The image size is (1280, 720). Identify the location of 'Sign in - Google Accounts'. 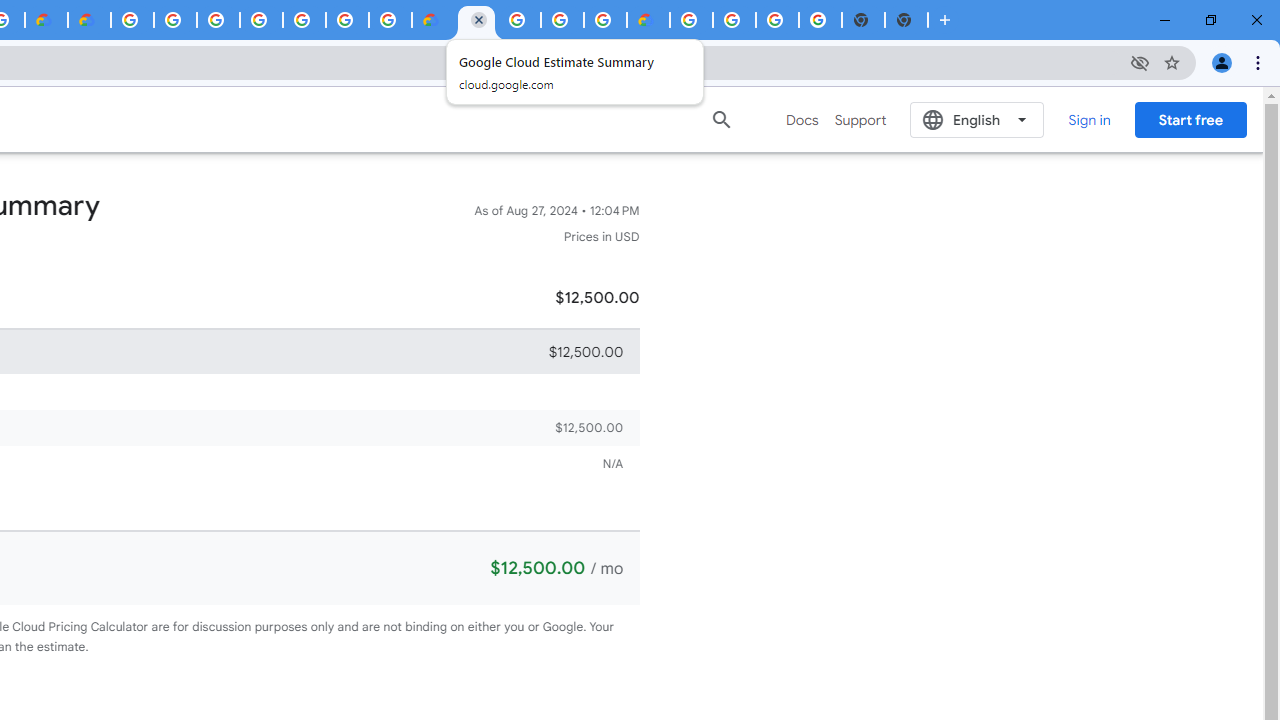
(218, 20).